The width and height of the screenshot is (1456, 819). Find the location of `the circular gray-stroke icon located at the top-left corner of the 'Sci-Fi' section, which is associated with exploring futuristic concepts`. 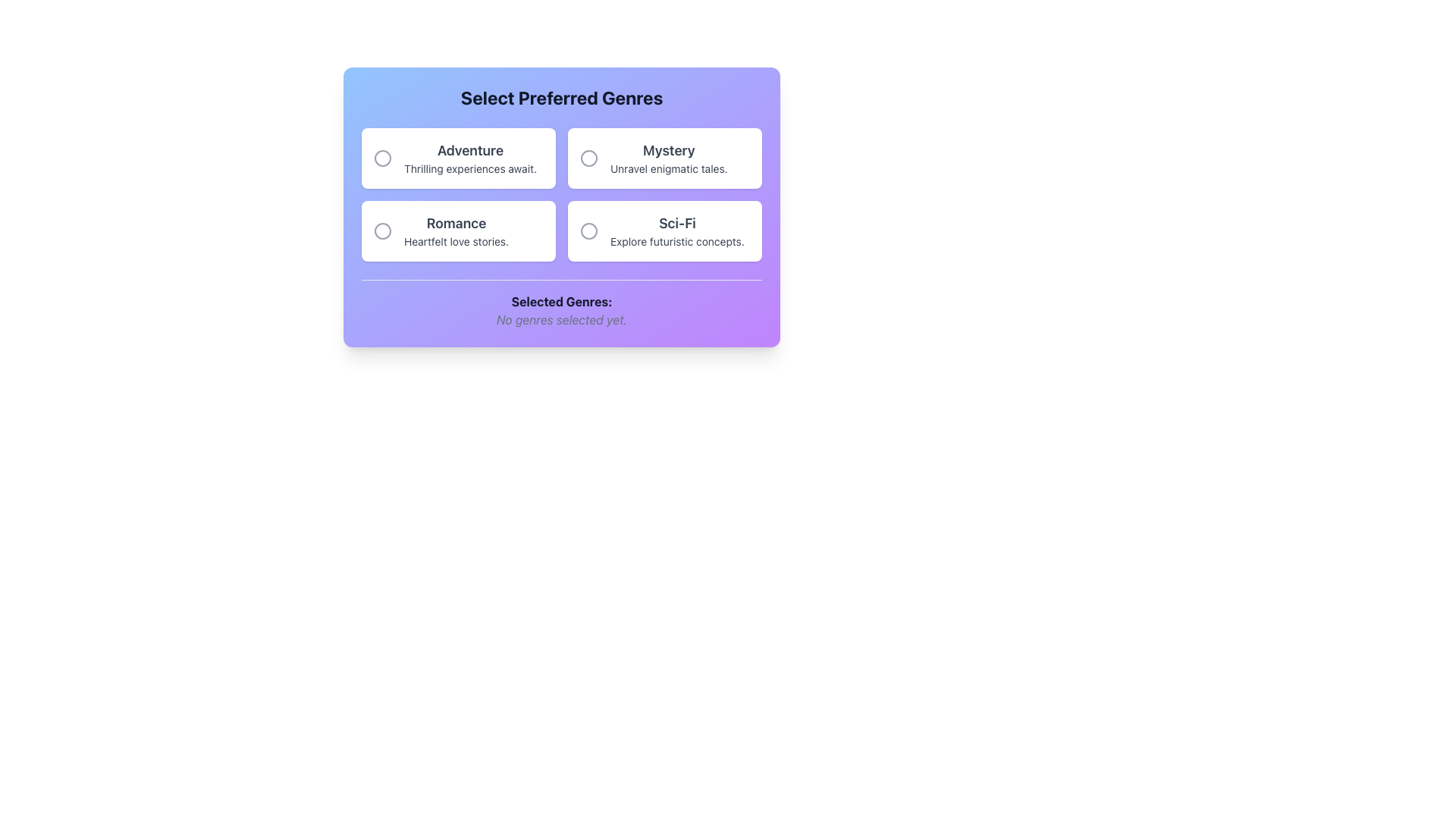

the circular gray-stroke icon located at the top-left corner of the 'Sci-Fi' section, which is associated with exploring futuristic concepts is located at coordinates (588, 231).